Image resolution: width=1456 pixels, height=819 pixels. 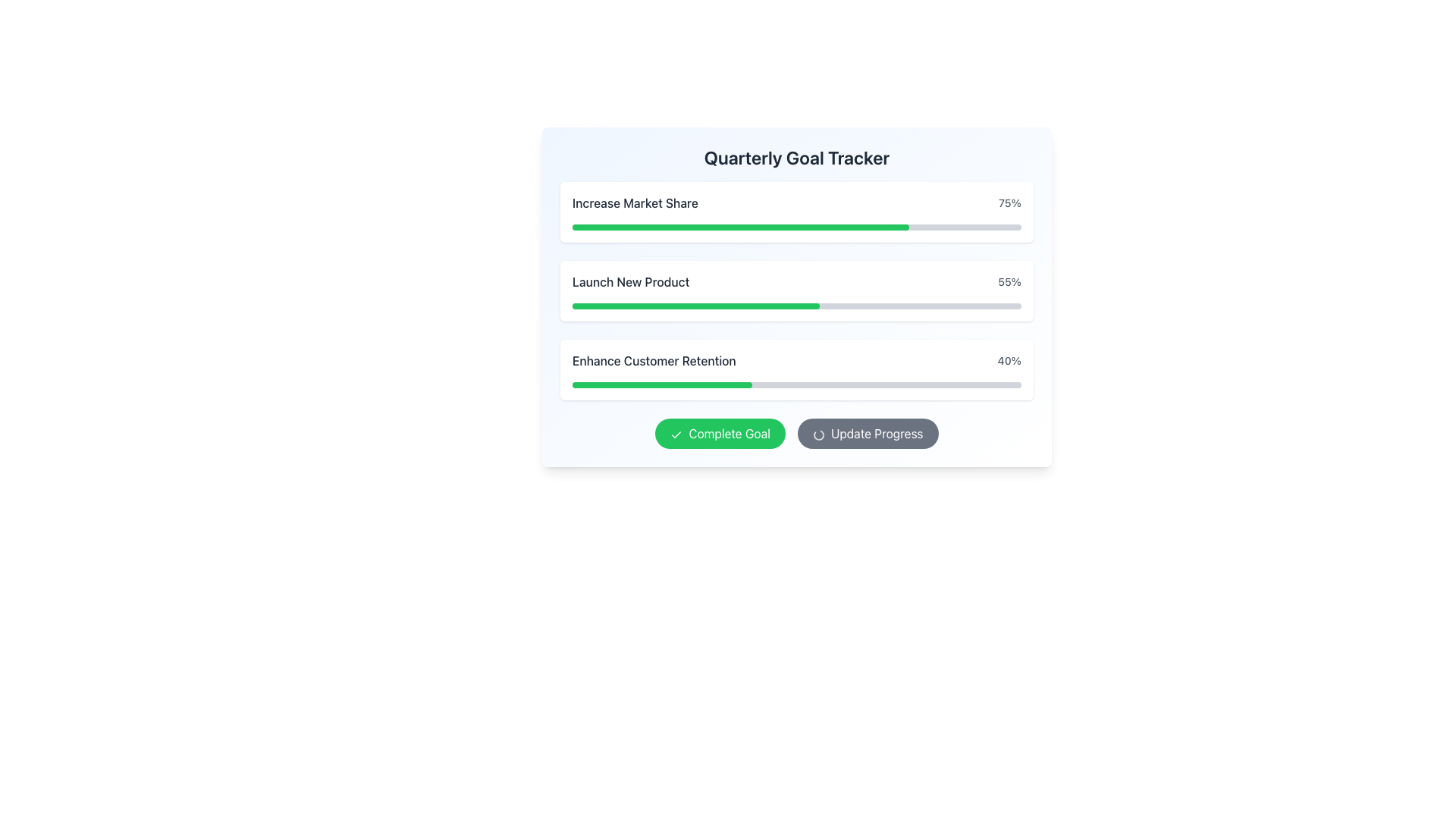 What do you see at coordinates (796, 384) in the screenshot?
I see `the Horizontal Progress Bar located in the 'Enhance Customer Retention' section, which is visually represented by a gray background and a green filled portion, positioned just below the text '40%'` at bounding box center [796, 384].